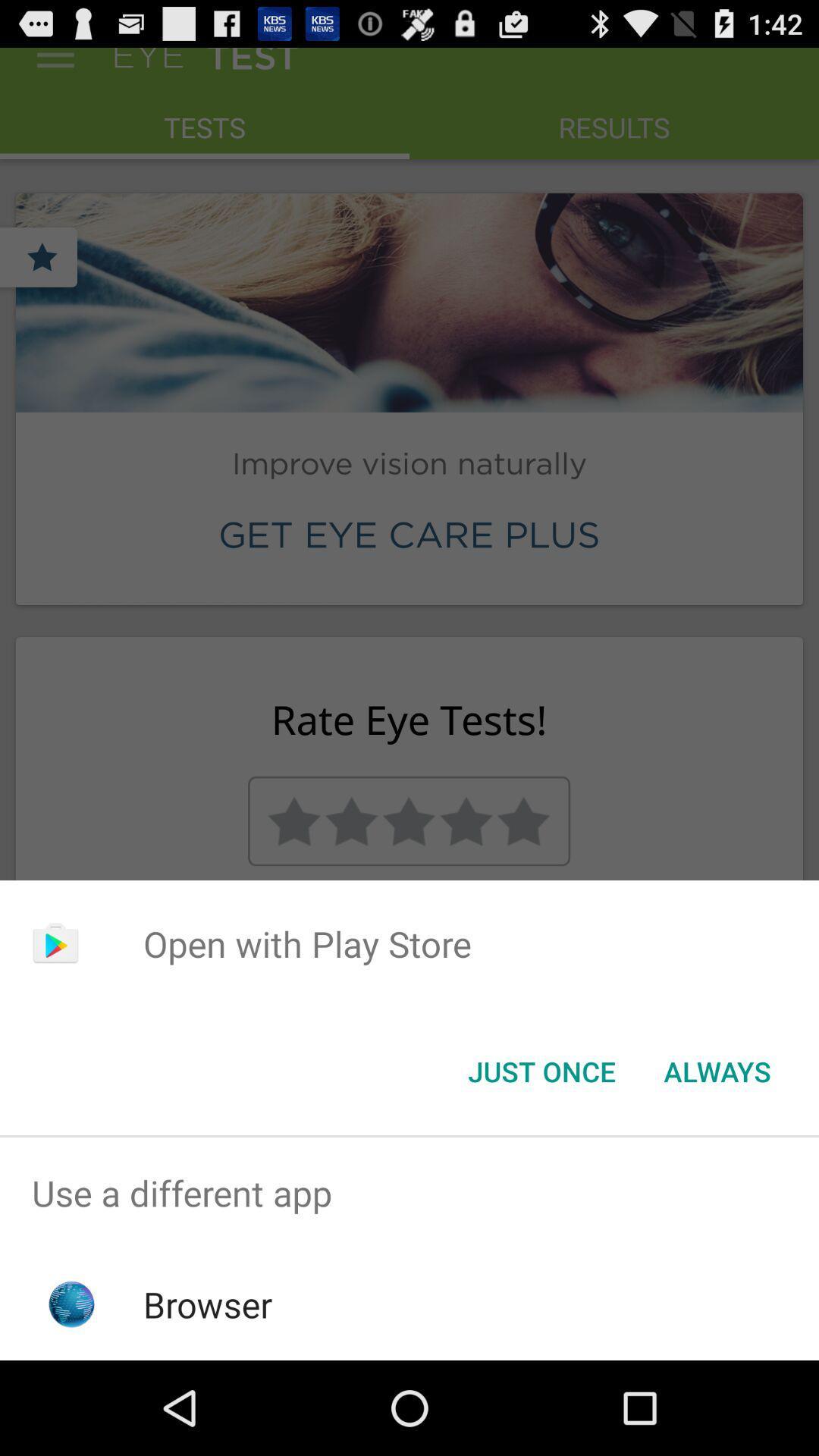  What do you see at coordinates (541, 1070) in the screenshot?
I see `icon below open with play app` at bounding box center [541, 1070].